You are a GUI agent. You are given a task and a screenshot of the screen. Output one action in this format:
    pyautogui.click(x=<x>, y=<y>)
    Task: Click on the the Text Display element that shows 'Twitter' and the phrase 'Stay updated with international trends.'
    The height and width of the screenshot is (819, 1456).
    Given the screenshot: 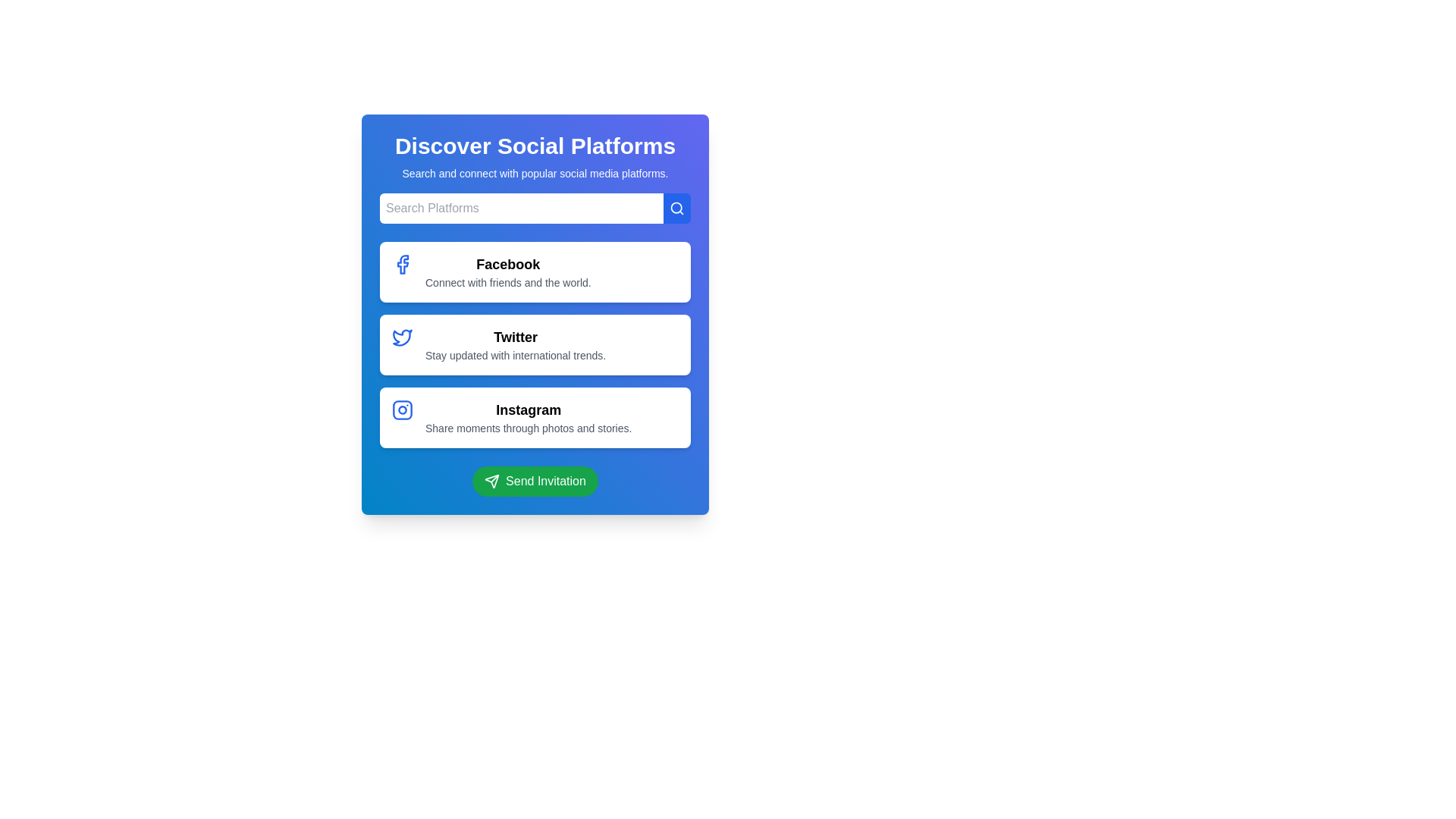 What is the action you would take?
    pyautogui.click(x=516, y=345)
    